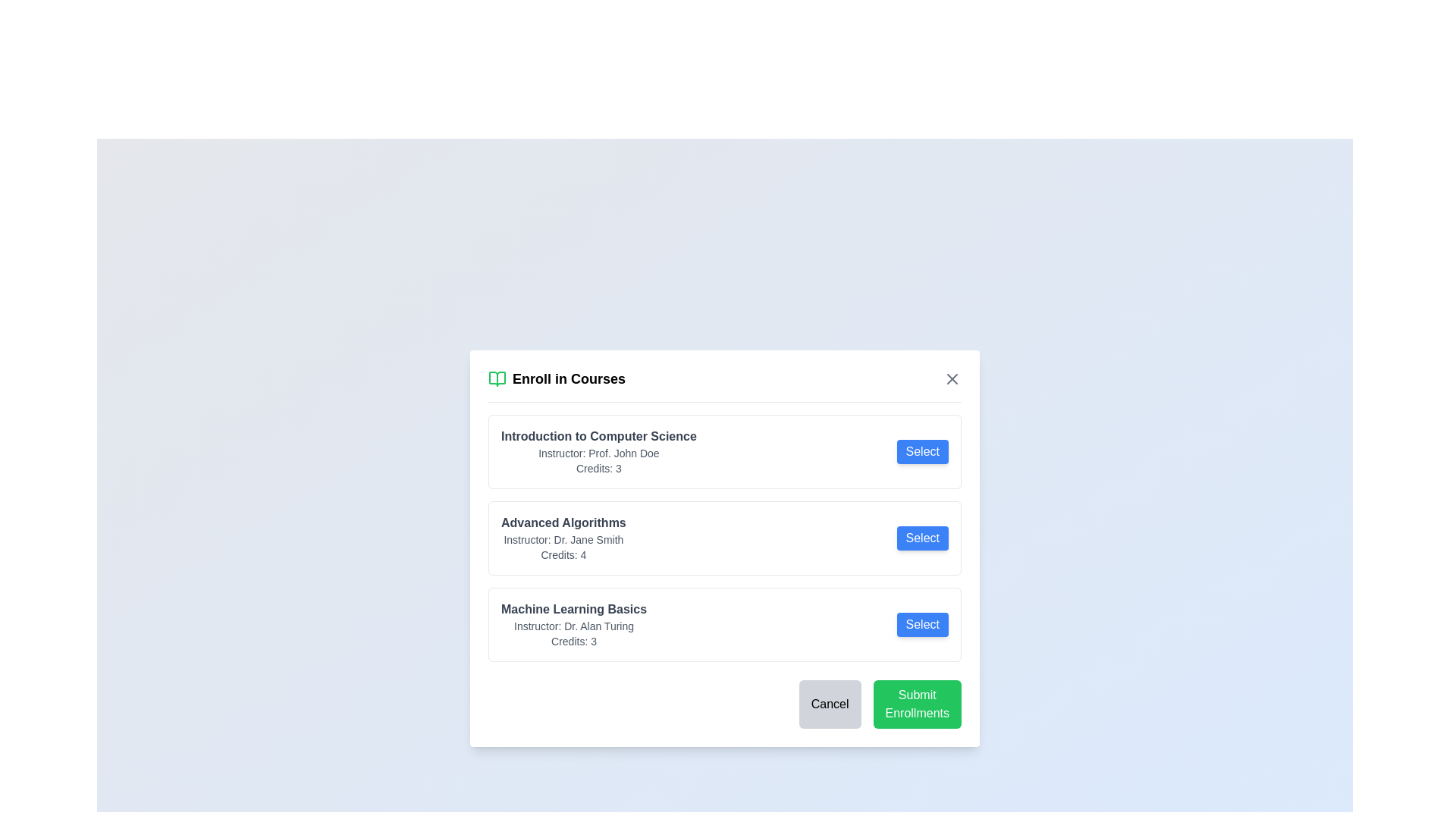 This screenshot has width=1456, height=819. Describe the element at coordinates (952, 377) in the screenshot. I see `the close button located in the top-right corner of the modal` at that location.